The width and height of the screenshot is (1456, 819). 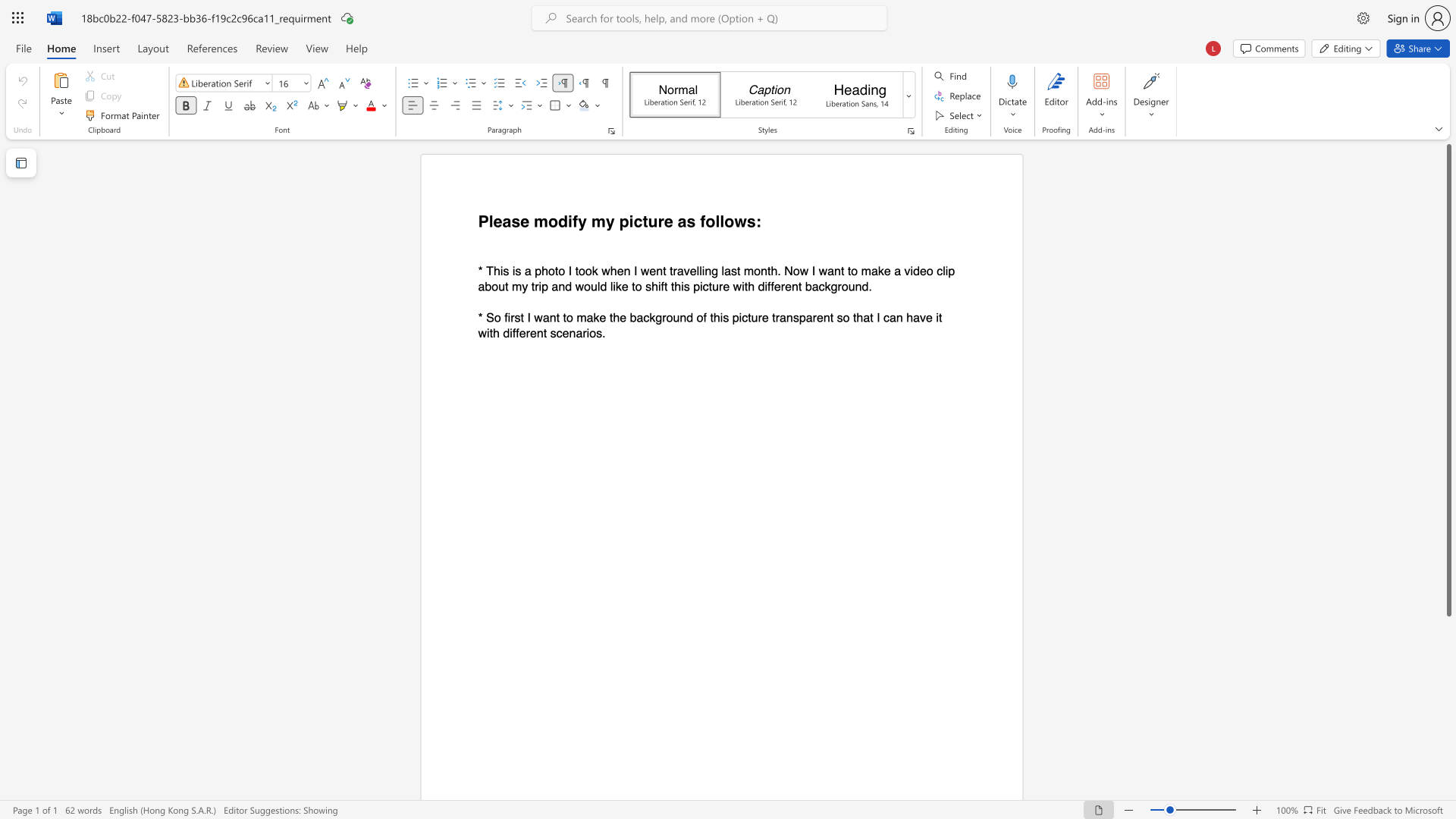 I want to click on the subset text "sparent so that I" within the text "* So first I want to make the background of this picture transparent so that I can have it with different scenarios.", so click(x=792, y=316).